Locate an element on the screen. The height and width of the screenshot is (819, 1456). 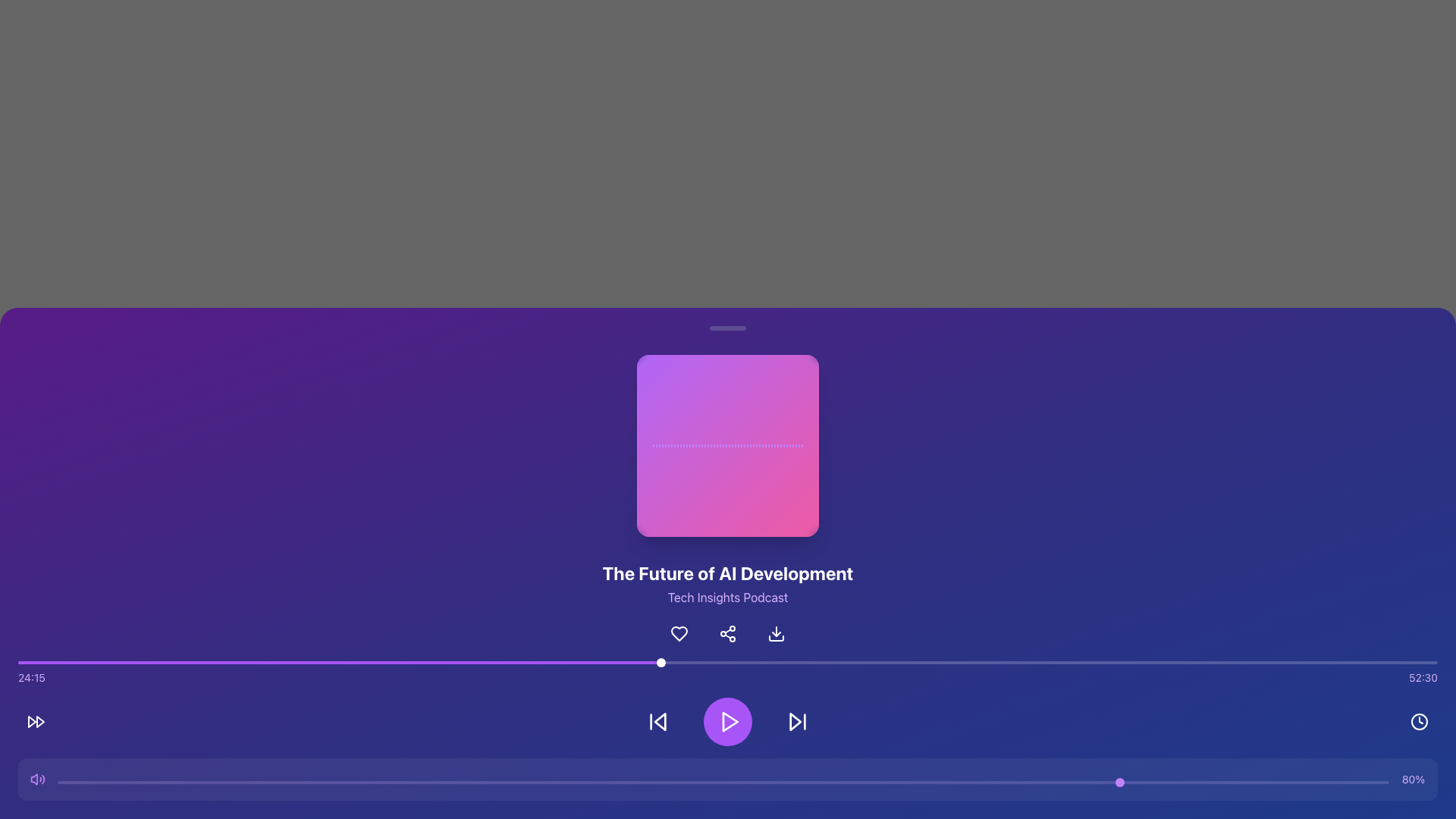
progress is located at coordinates (698, 662).